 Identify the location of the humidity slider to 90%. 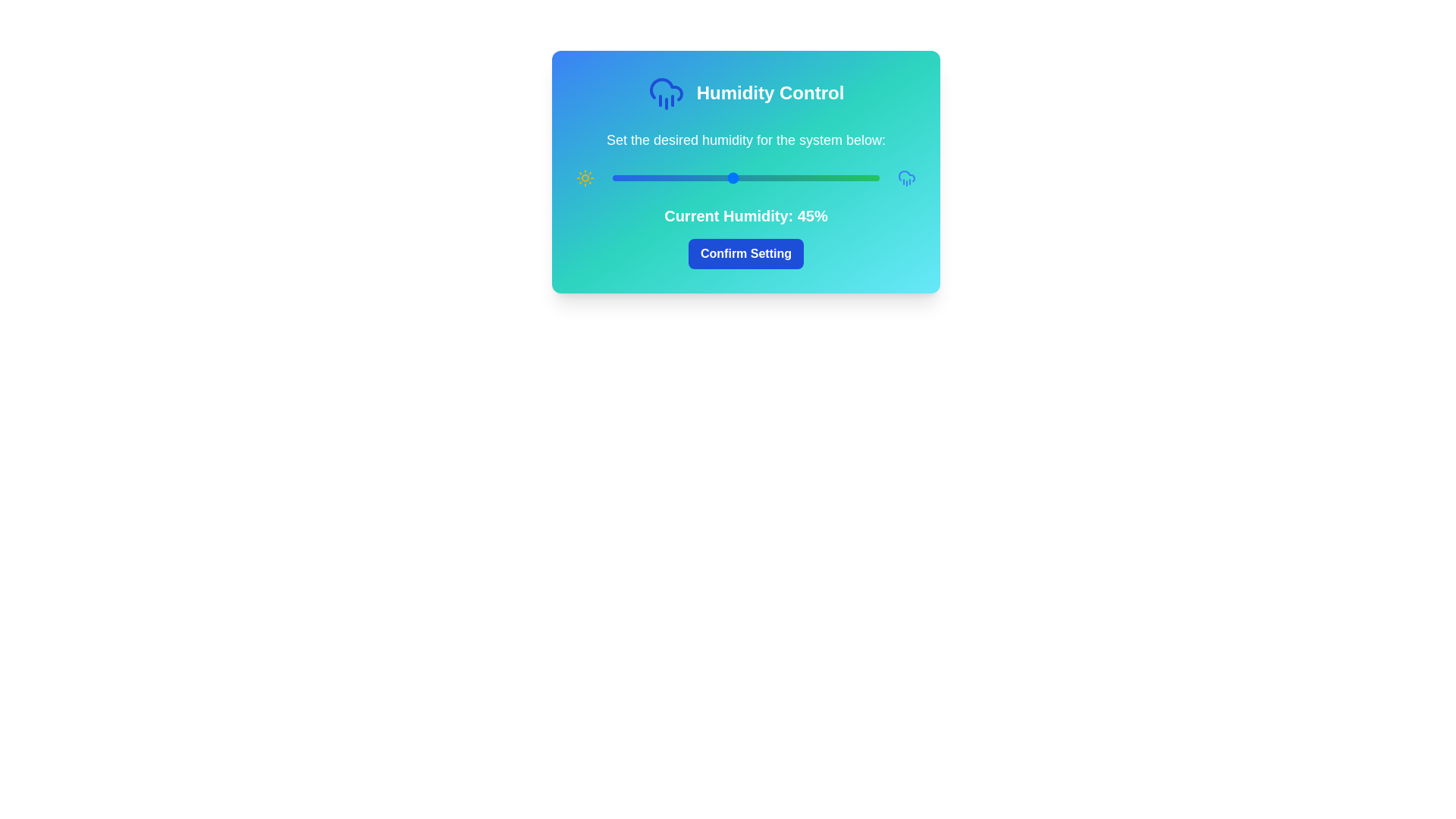
(852, 177).